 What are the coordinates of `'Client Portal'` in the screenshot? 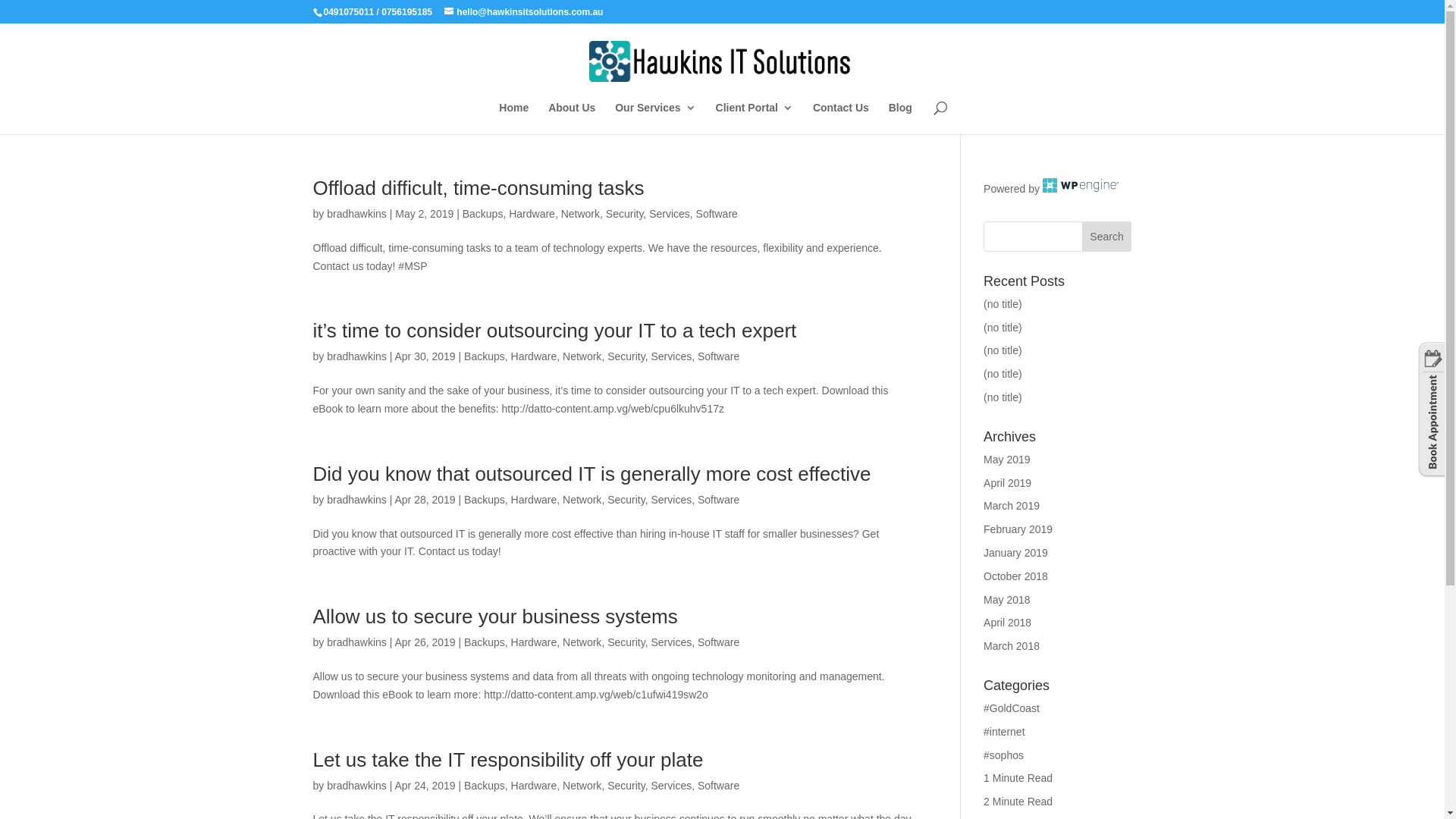 It's located at (754, 117).